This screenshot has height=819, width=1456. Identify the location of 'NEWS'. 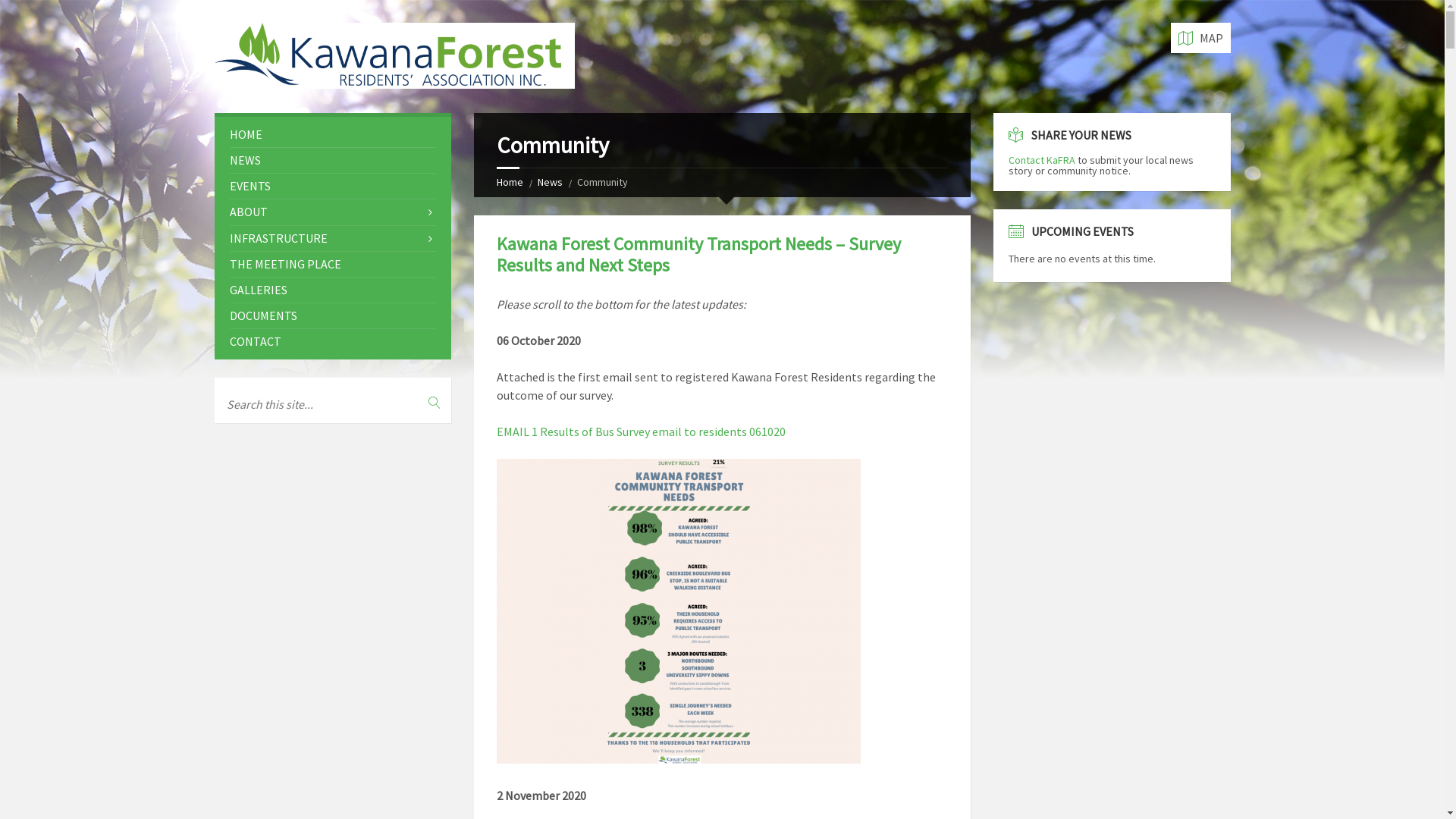
(331, 160).